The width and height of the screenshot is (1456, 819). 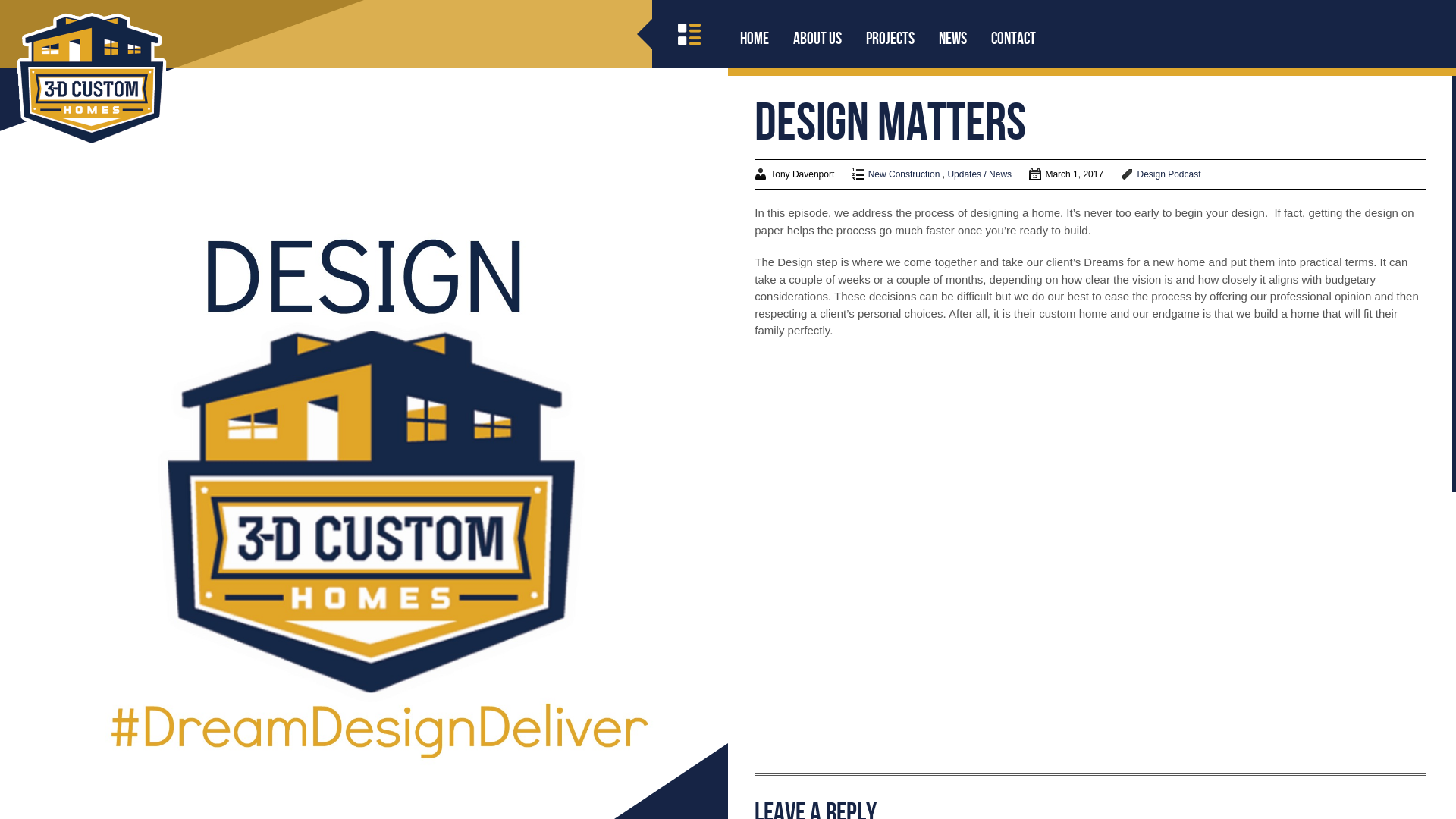 I want to click on 'Updates / News', so click(x=979, y=174).